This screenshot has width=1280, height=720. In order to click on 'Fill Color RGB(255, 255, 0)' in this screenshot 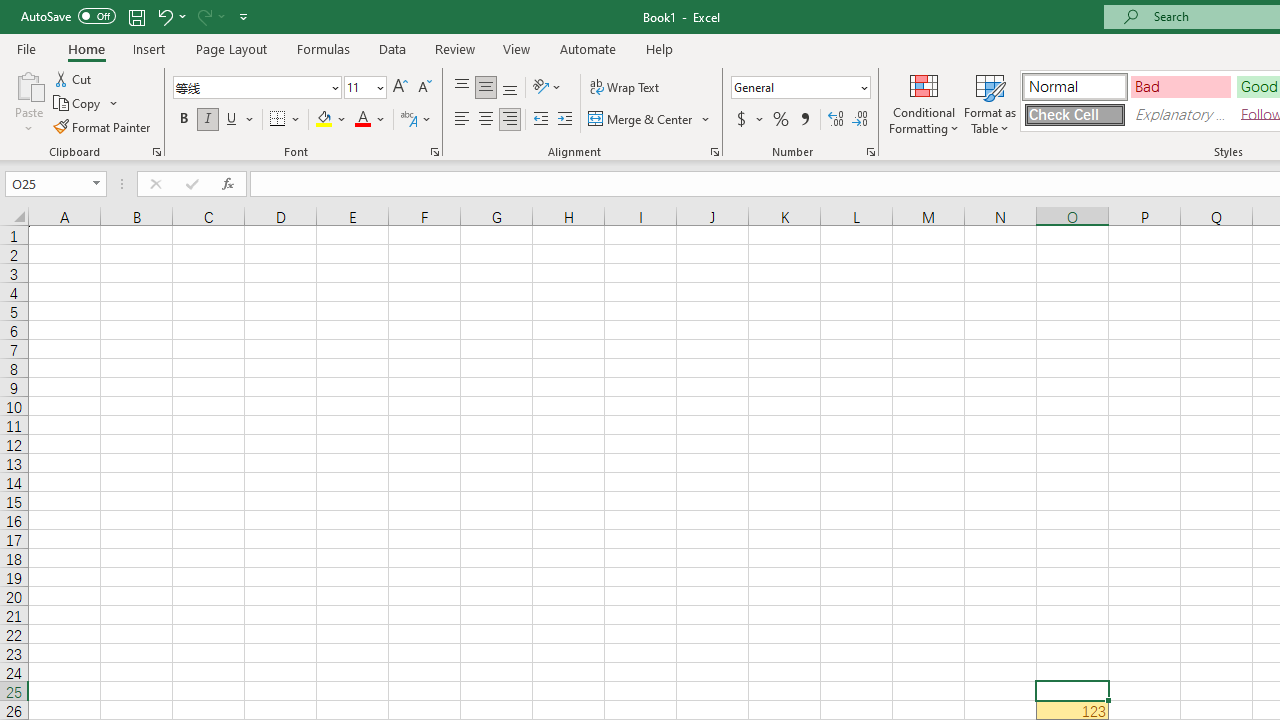, I will do `click(324, 119)`.